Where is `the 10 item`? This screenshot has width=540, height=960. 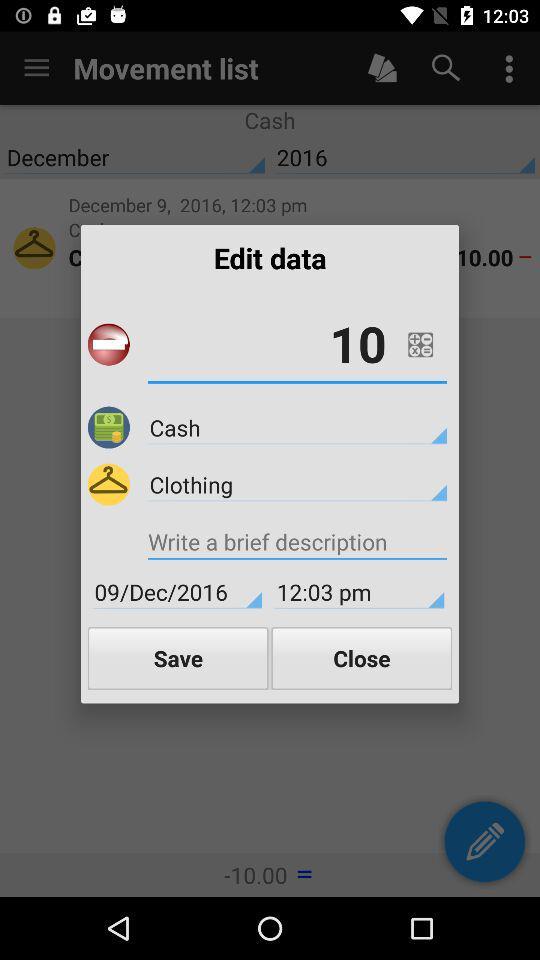 the 10 item is located at coordinates (296, 344).